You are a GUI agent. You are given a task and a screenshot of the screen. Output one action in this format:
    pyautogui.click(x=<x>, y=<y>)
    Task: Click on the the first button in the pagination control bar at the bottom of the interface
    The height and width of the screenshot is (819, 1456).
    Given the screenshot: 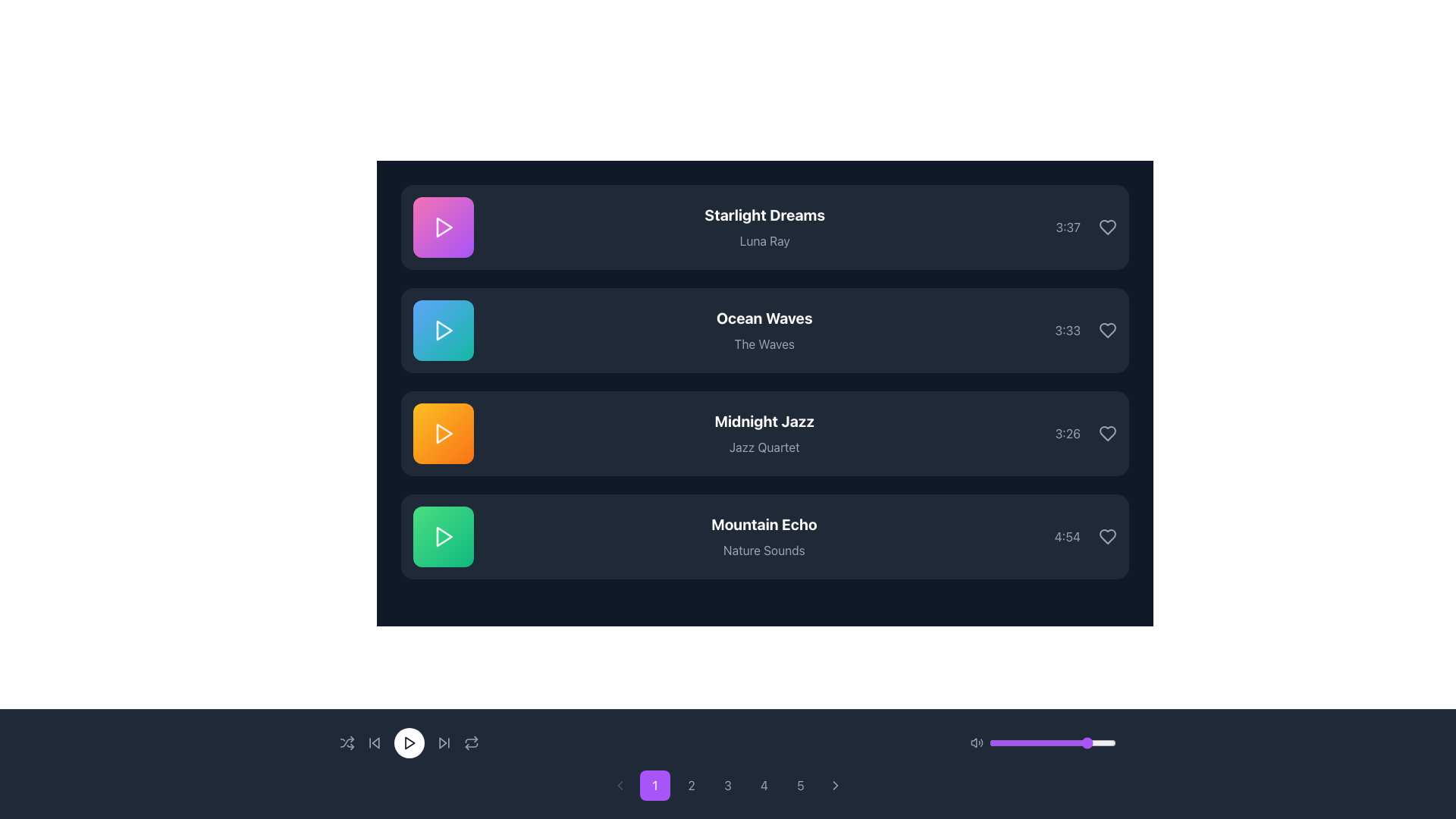 What is the action you would take?
    pyautogui.click(x=655, y=785)
    